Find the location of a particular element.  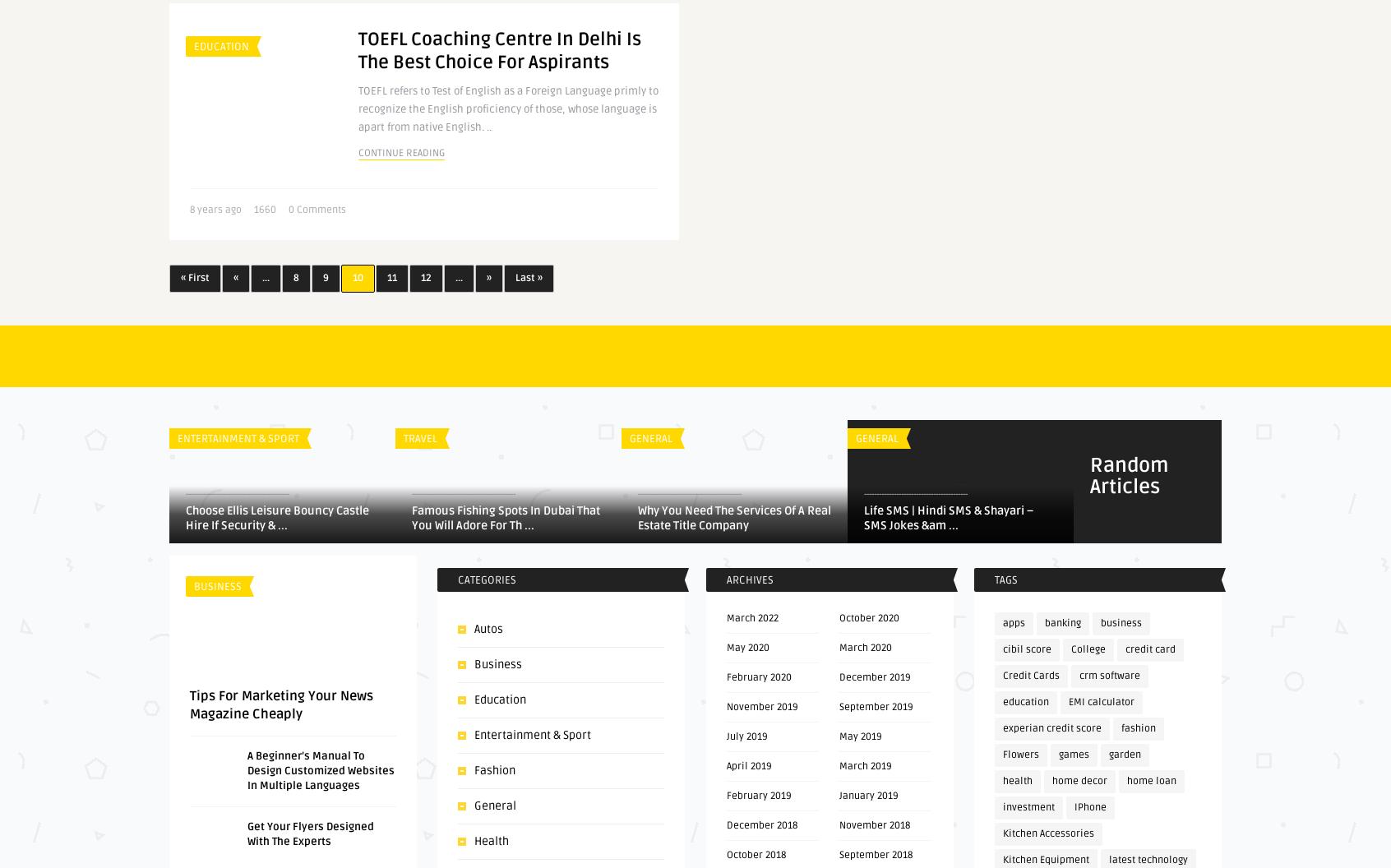

'March 2020' is located at coordinates (863, 647).